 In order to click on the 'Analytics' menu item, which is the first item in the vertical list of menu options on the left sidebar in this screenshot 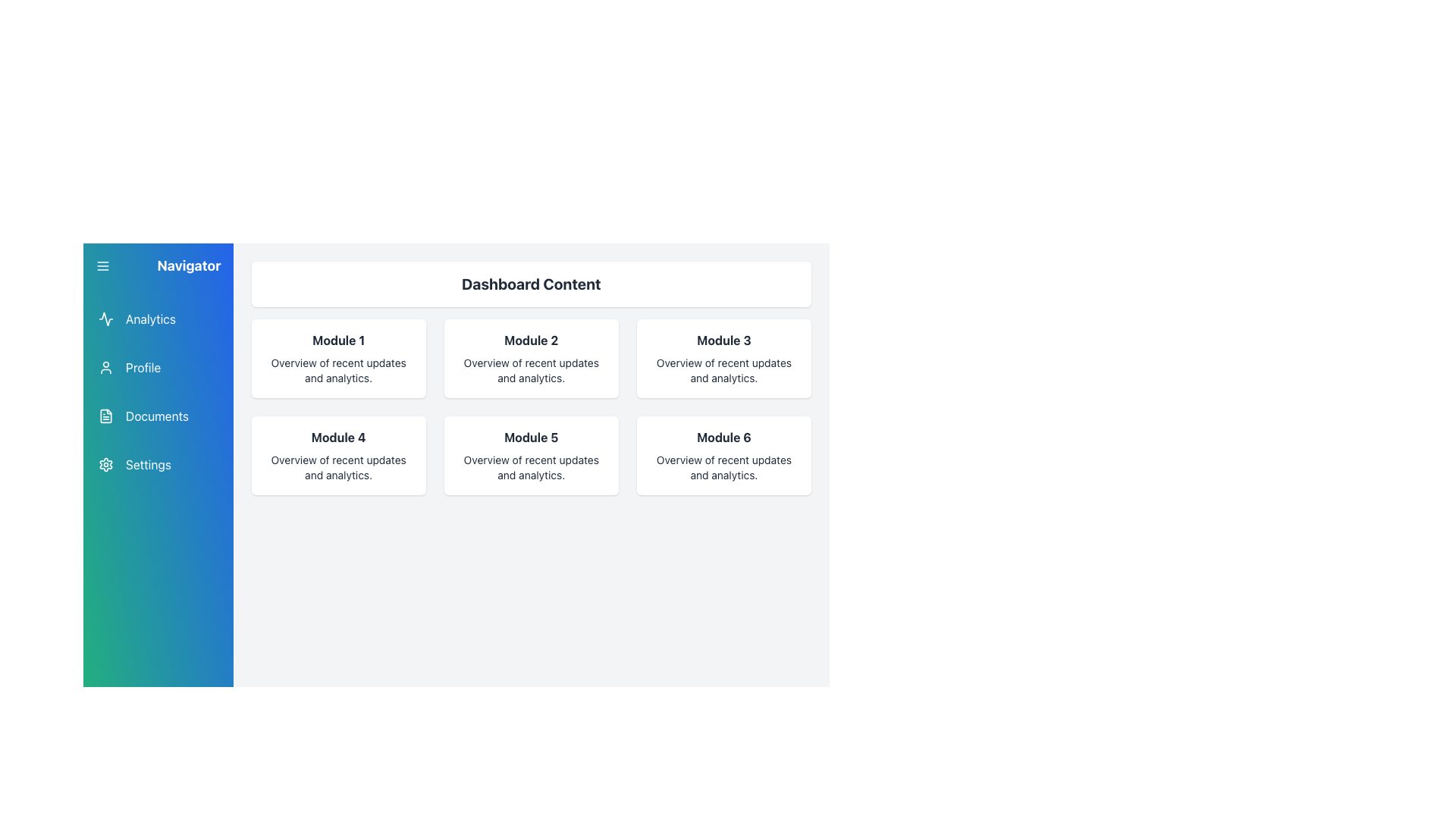, I will do `click(158, 318)`.